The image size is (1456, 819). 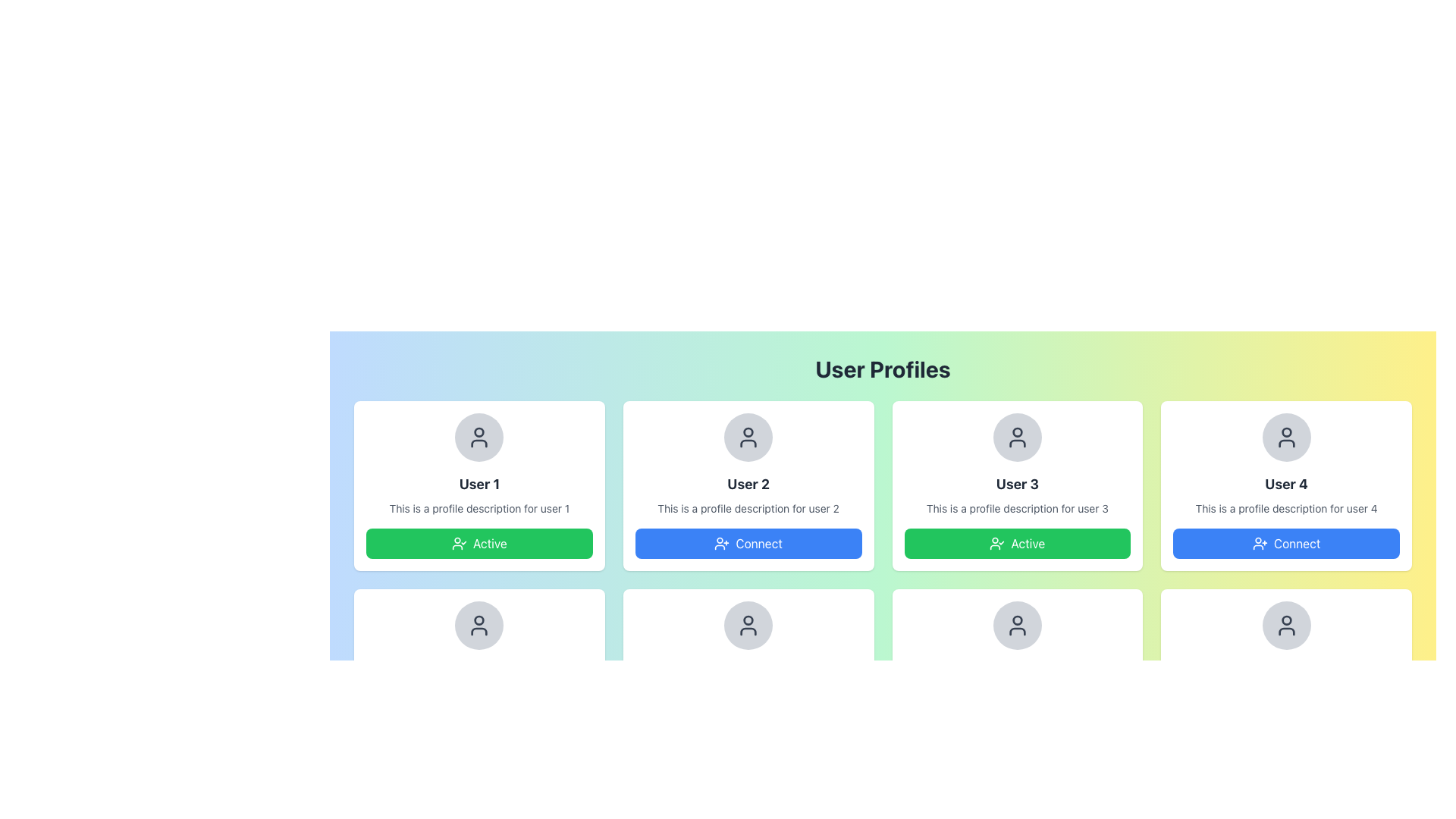 I want to click on the static text element located in the third card of user profiles, positioned below 'User 3' and above the 'Active' button, so click(x=1017, y=509).